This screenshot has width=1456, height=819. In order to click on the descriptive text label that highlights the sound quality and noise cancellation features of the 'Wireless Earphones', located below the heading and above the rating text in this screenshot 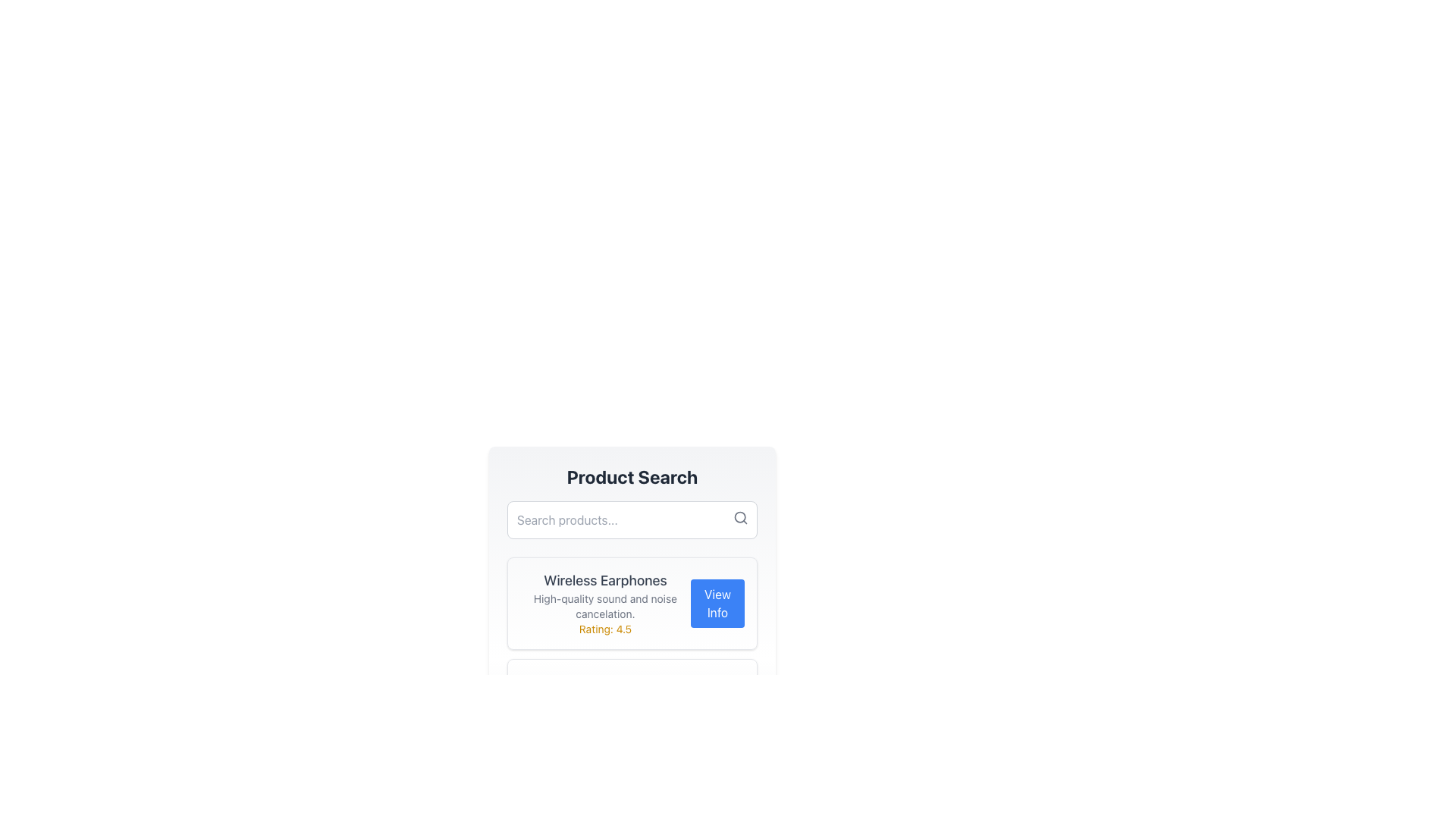, I will do `click(604, 605)`.